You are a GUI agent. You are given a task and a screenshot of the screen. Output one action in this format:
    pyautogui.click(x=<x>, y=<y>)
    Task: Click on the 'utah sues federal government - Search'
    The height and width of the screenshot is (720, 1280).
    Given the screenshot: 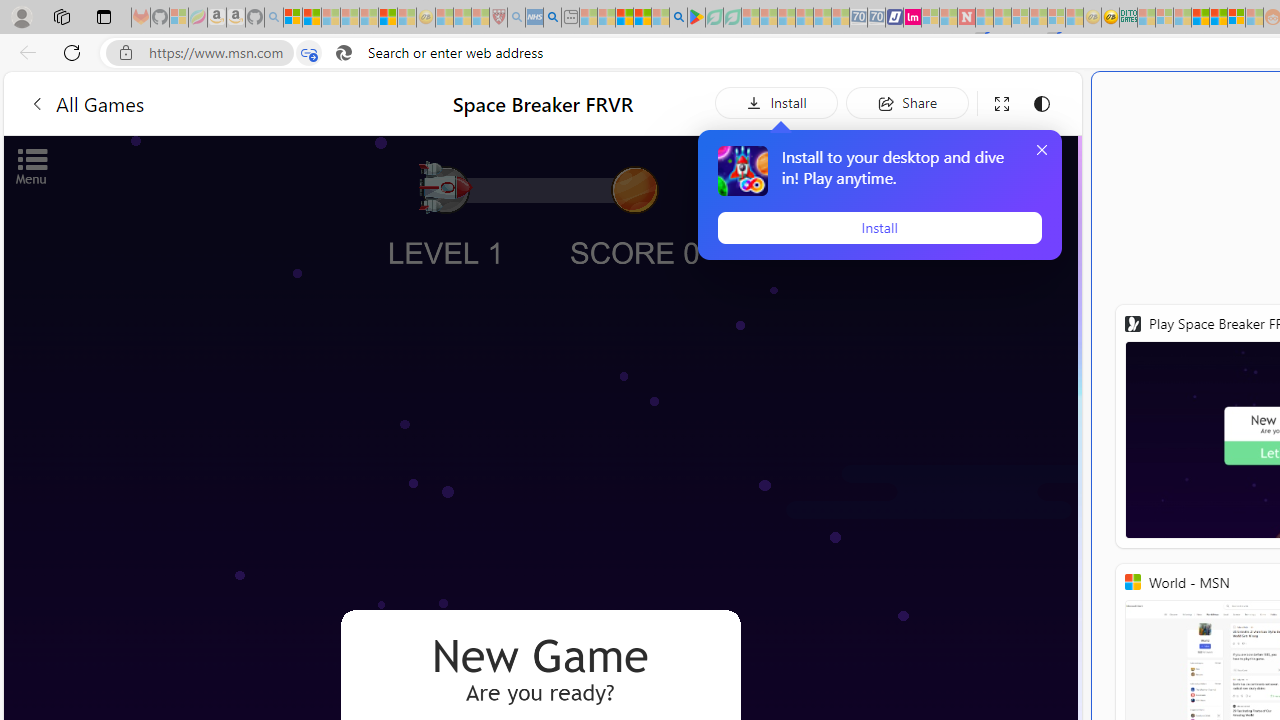 What is the action you would take?
    pyautogui.click(x=552, y=17)
    